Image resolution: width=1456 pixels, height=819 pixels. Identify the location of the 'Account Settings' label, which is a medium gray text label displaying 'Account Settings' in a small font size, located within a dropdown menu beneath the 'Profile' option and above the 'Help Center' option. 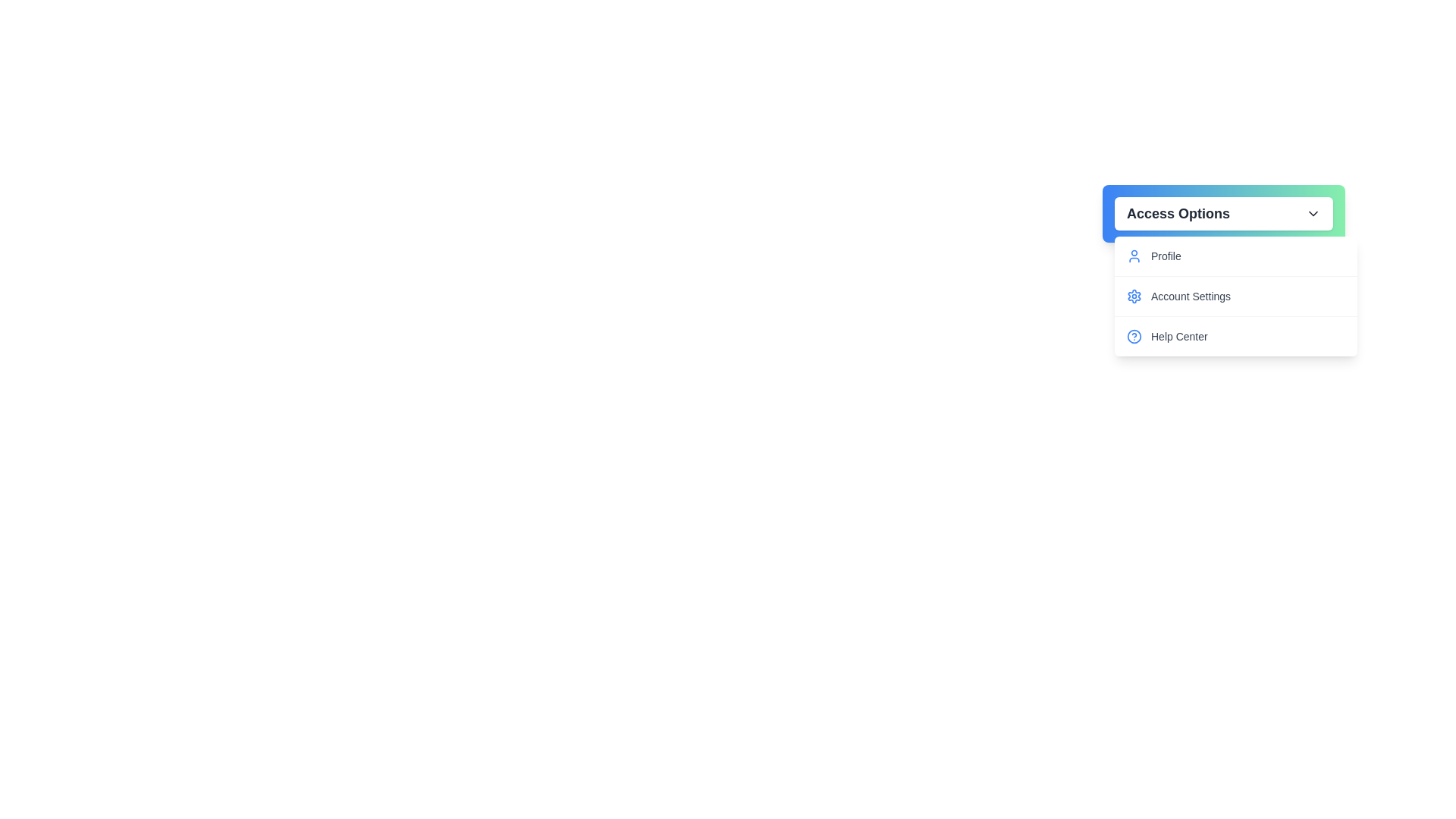
(1190, 296).